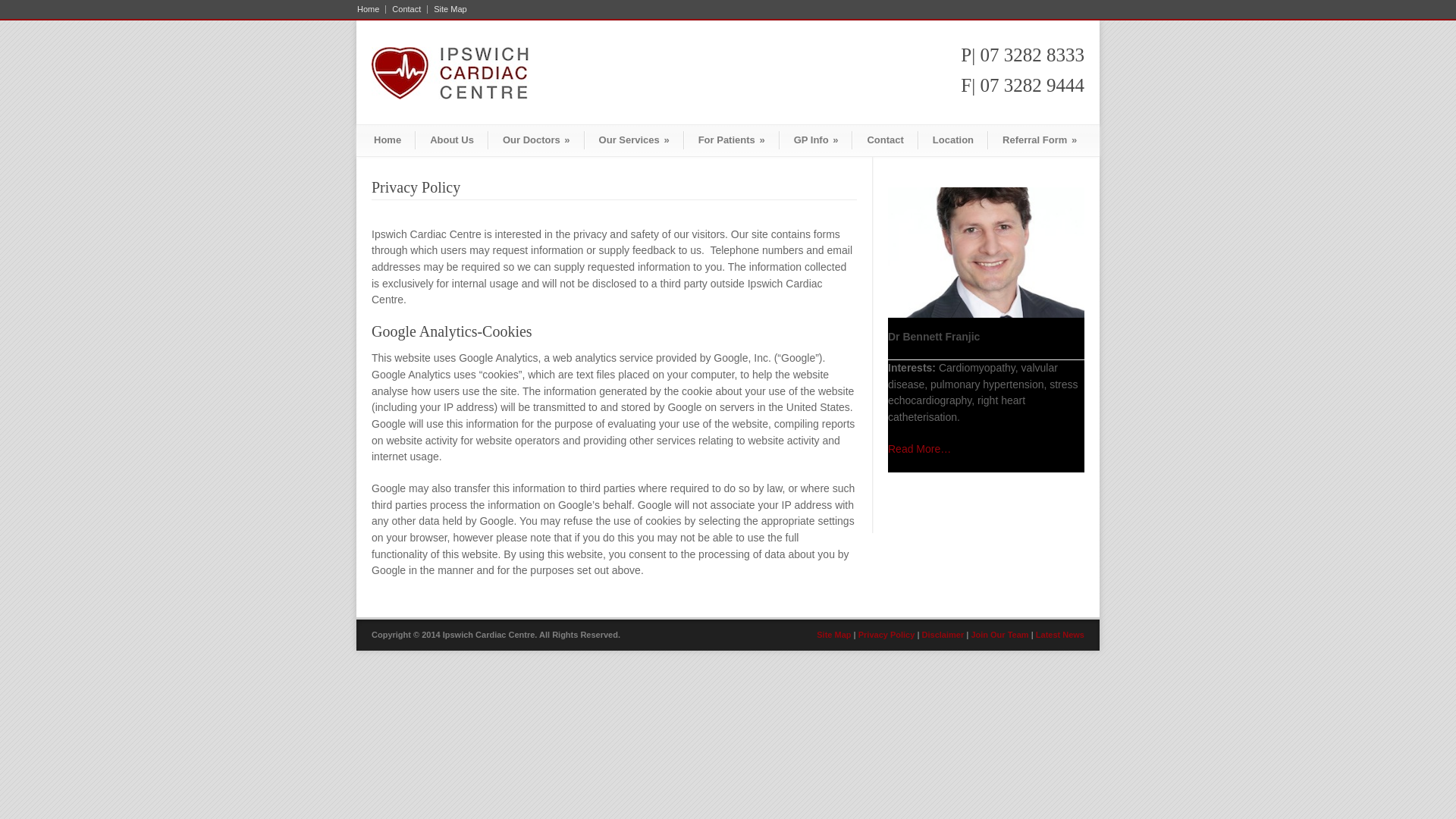 Image resolution: width=1456 pixels, height=819 pixels. I want to click on 'Home', so click(371, 9).